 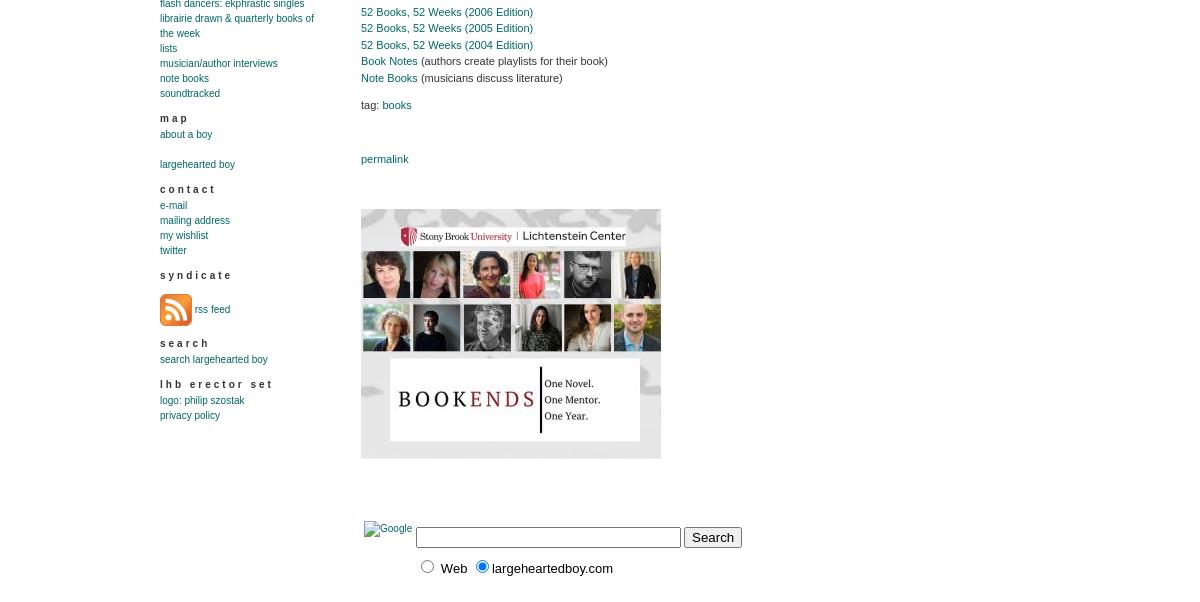 What do you see at coordinates (185, 134) in the screenshot?
I see `'about a boy'` at bounding box center [185, 134].